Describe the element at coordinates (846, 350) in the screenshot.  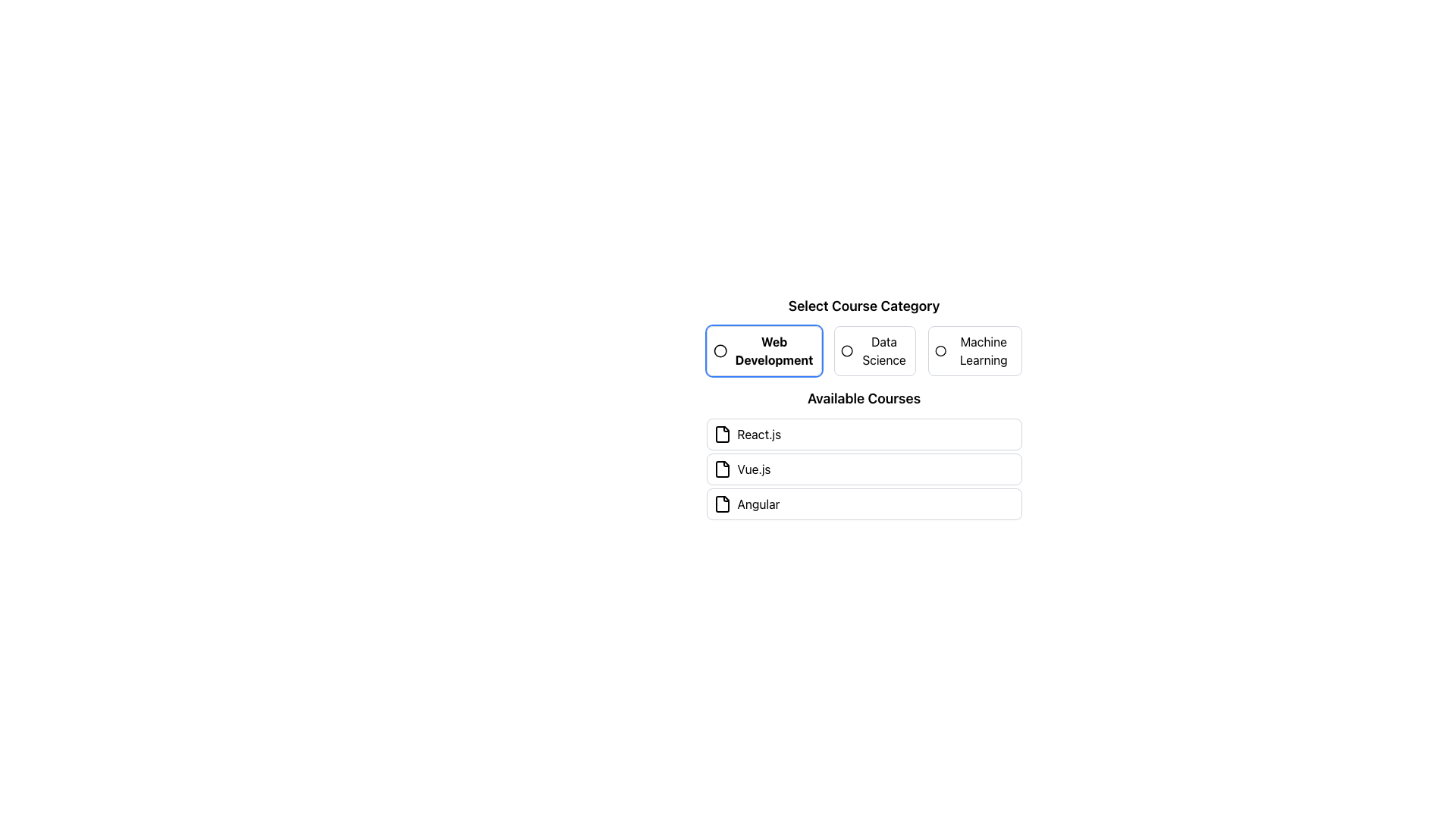
I see `the inner circle of the radio button for the 'Data Science' category` at that location.